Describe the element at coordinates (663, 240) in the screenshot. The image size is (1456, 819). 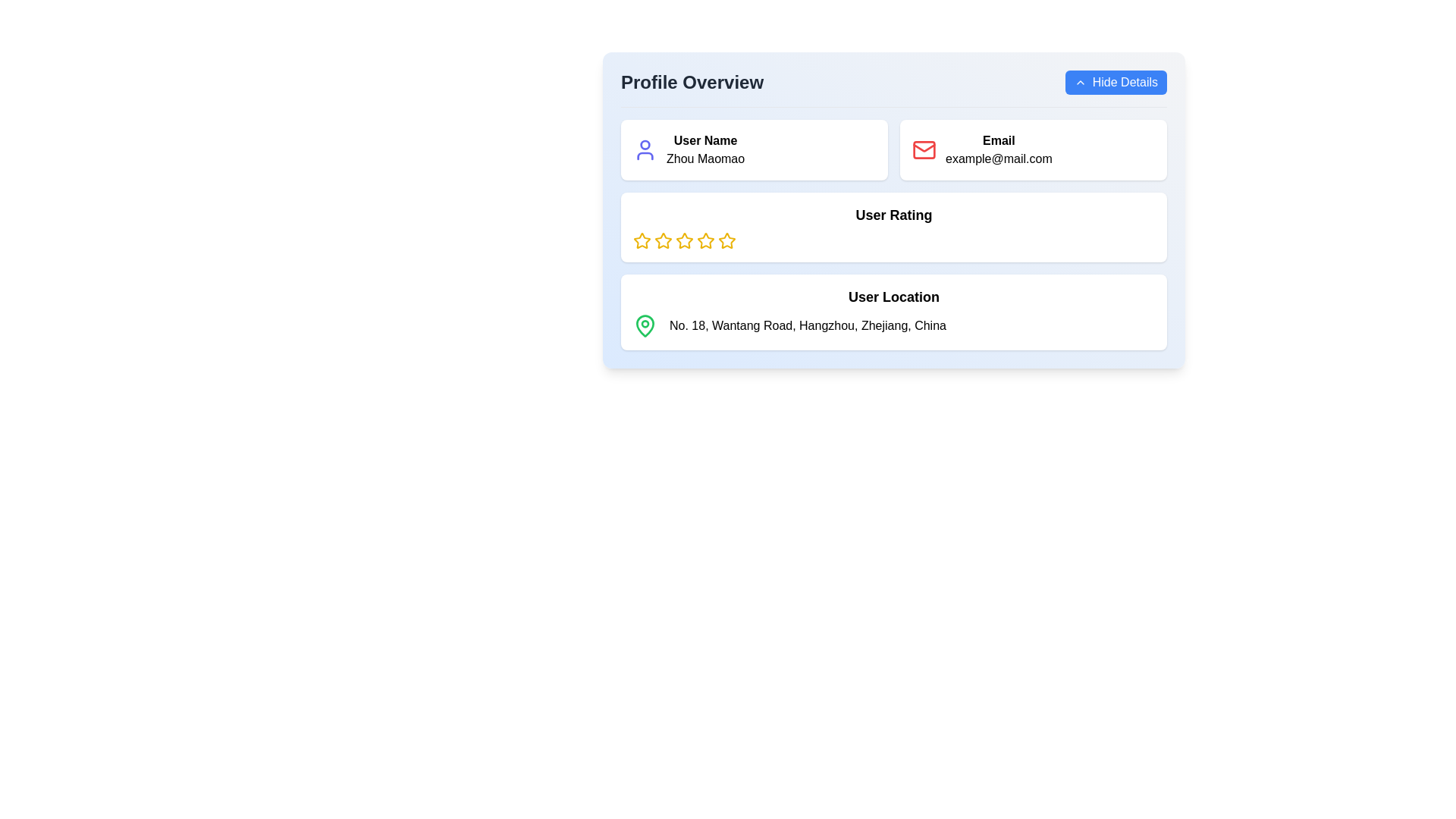
I see `the third star icon from the left in the 'User Rating' field to make it a selected rating` at that location.